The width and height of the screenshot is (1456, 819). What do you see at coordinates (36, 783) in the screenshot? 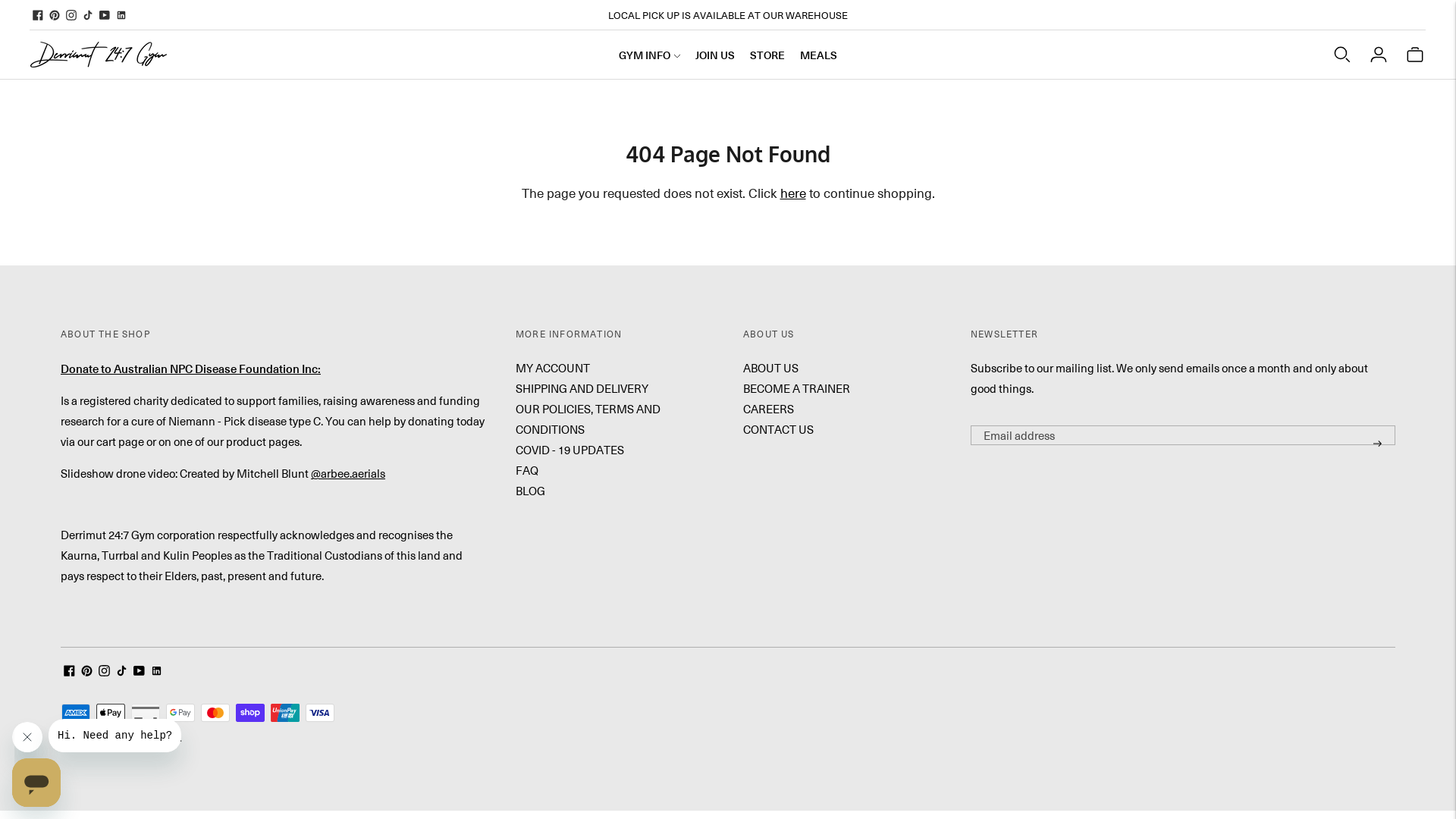
I see `'Button to launch messaging window'` at bounding box center [36, 783].